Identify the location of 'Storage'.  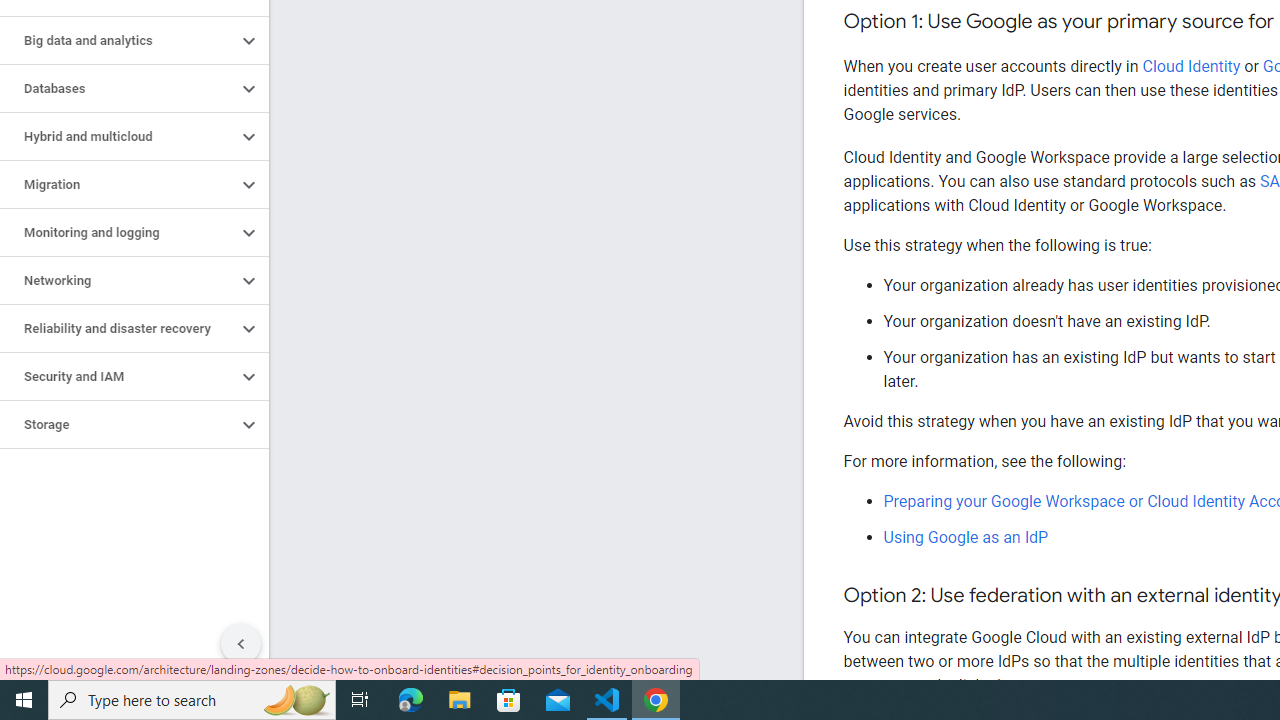
(117, 424).